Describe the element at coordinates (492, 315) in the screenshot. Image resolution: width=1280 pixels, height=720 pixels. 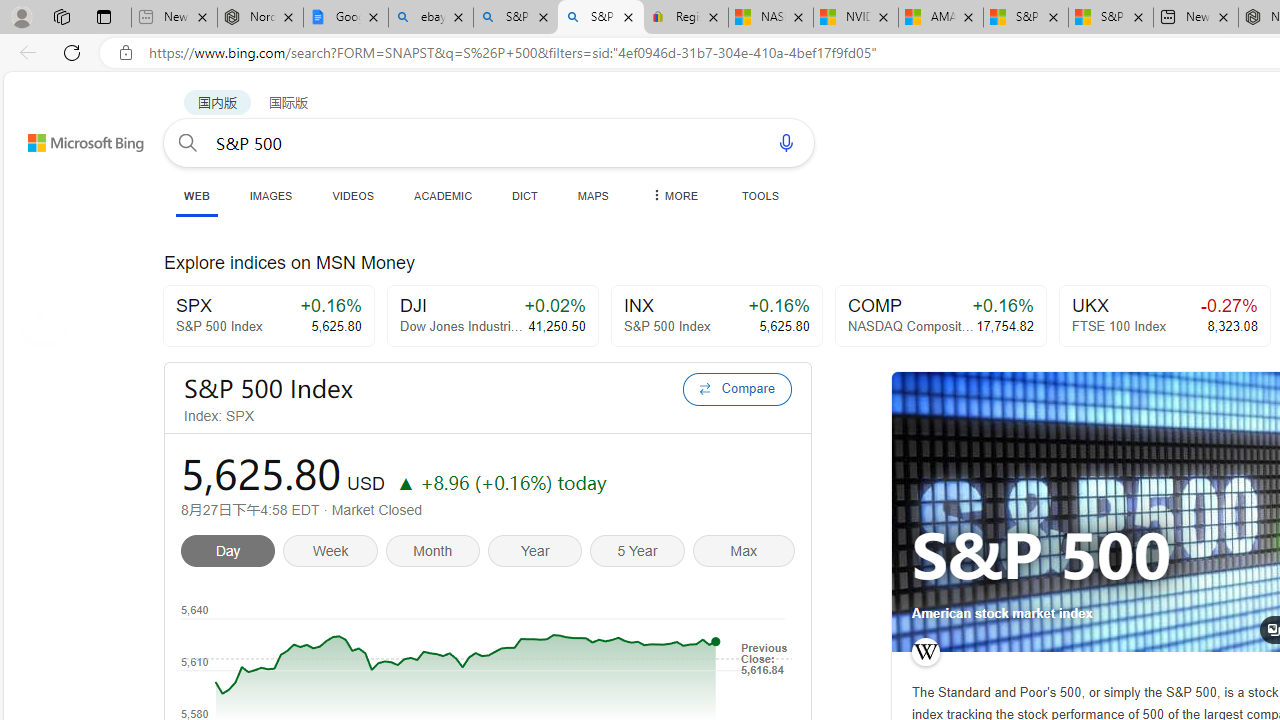
I see `'DJI +0.02% Dow Jones Industrial Average Index 41,250.50'` at that location.